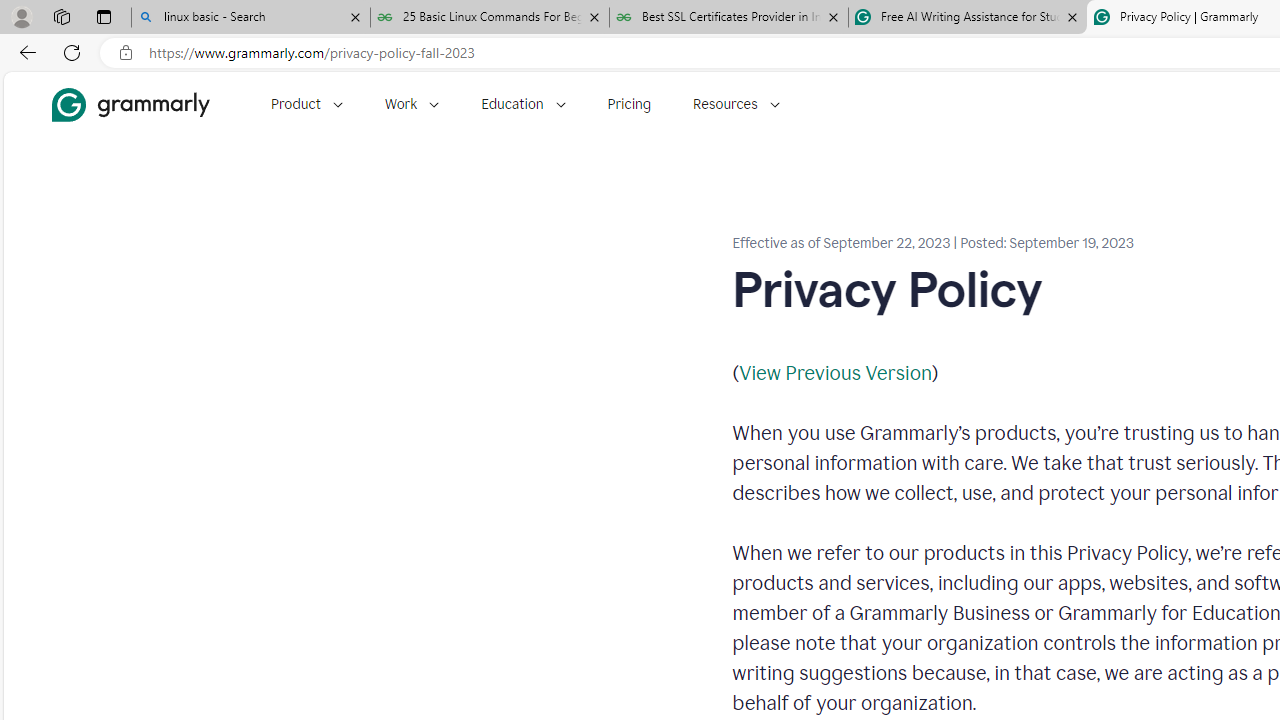 This screenshot has height=720, width=1280. What do you see at coordinates (411, 104) in the screenshot?
I see `'Work'` at bounding box center [411, 104].